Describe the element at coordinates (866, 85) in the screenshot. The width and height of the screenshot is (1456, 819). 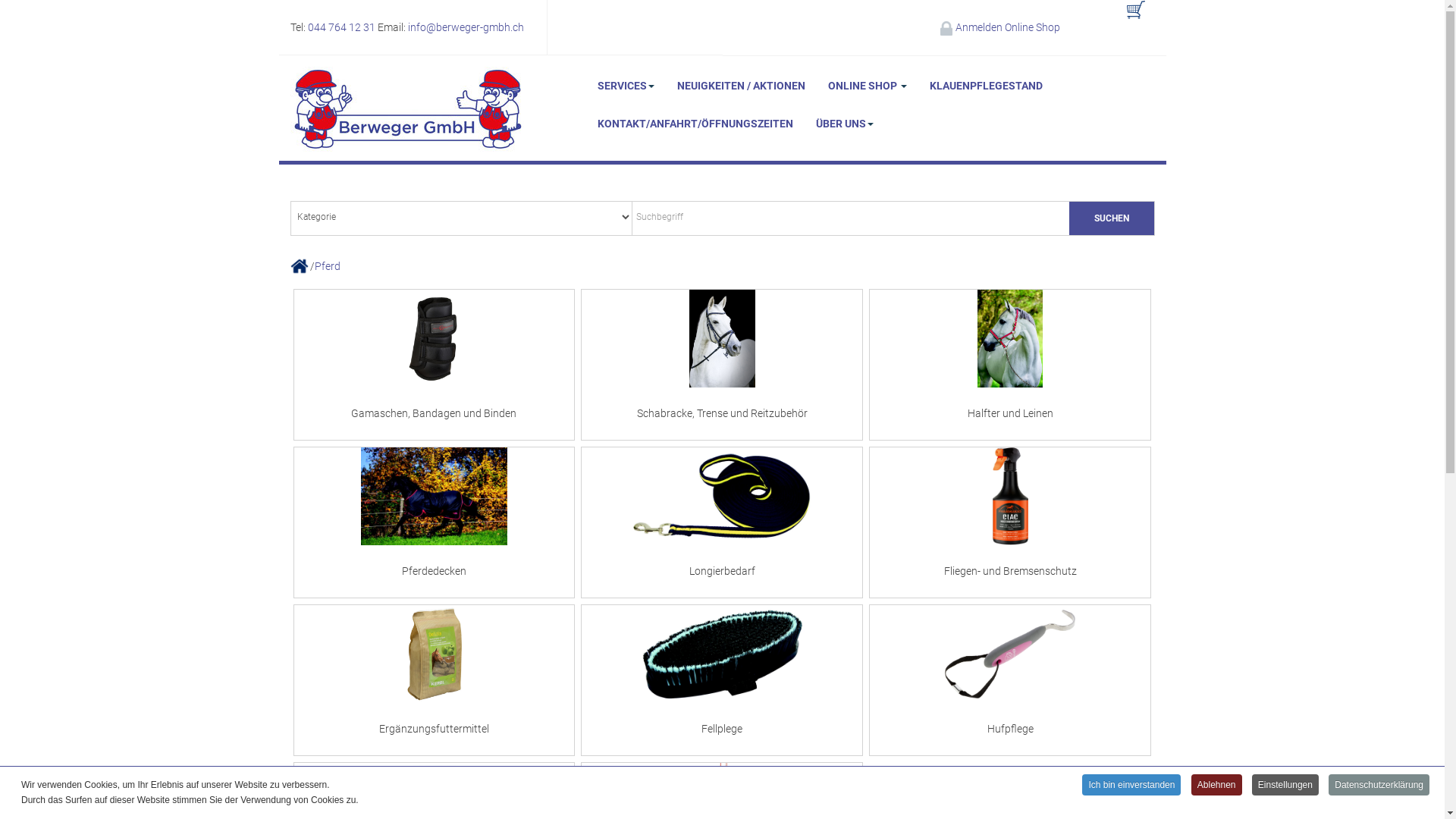
I see `'ONLINE SHOP'` at that location.